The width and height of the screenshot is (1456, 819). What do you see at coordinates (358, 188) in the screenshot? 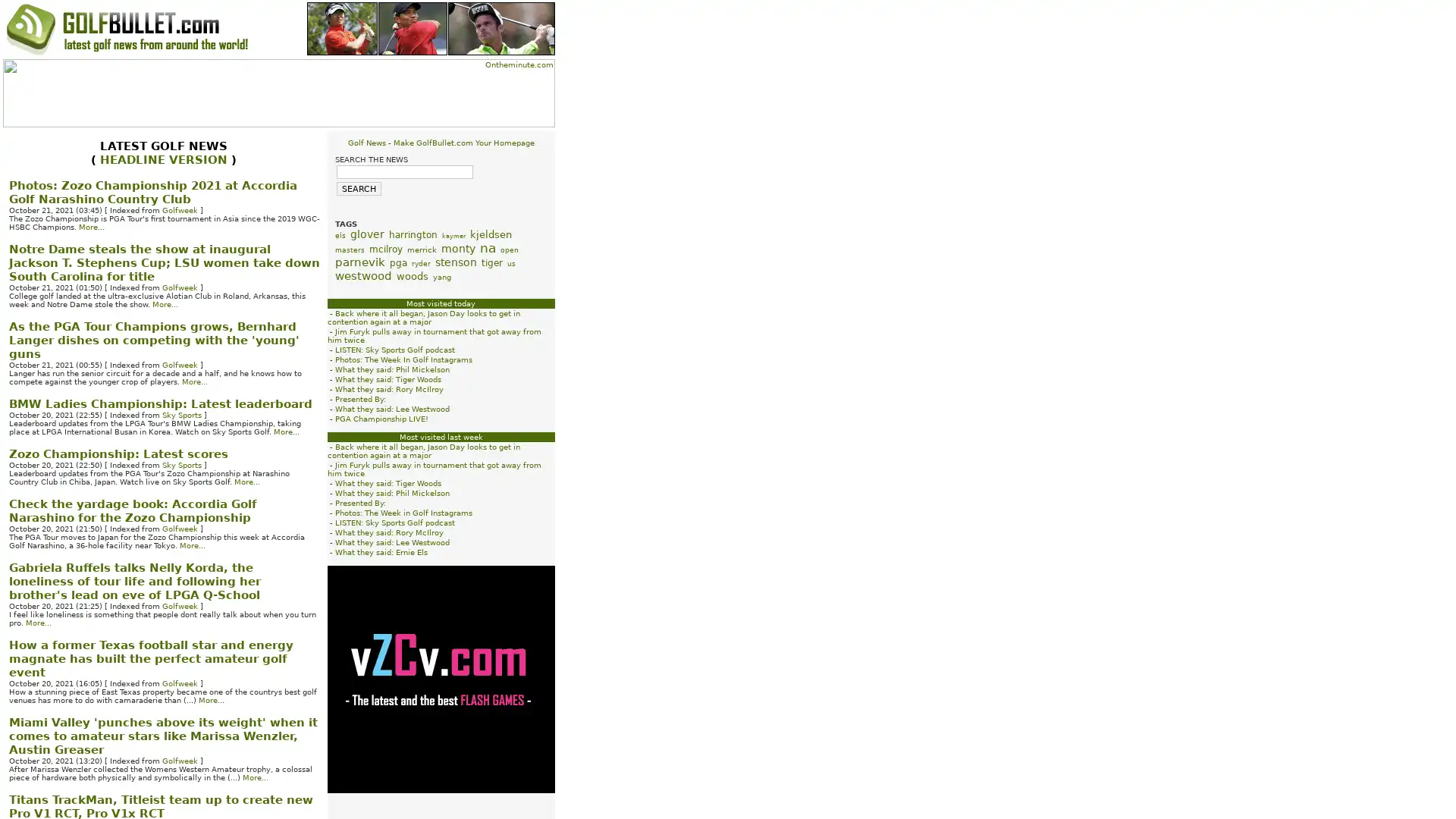
I see `SEARCH` at bounding box center [358, 188].